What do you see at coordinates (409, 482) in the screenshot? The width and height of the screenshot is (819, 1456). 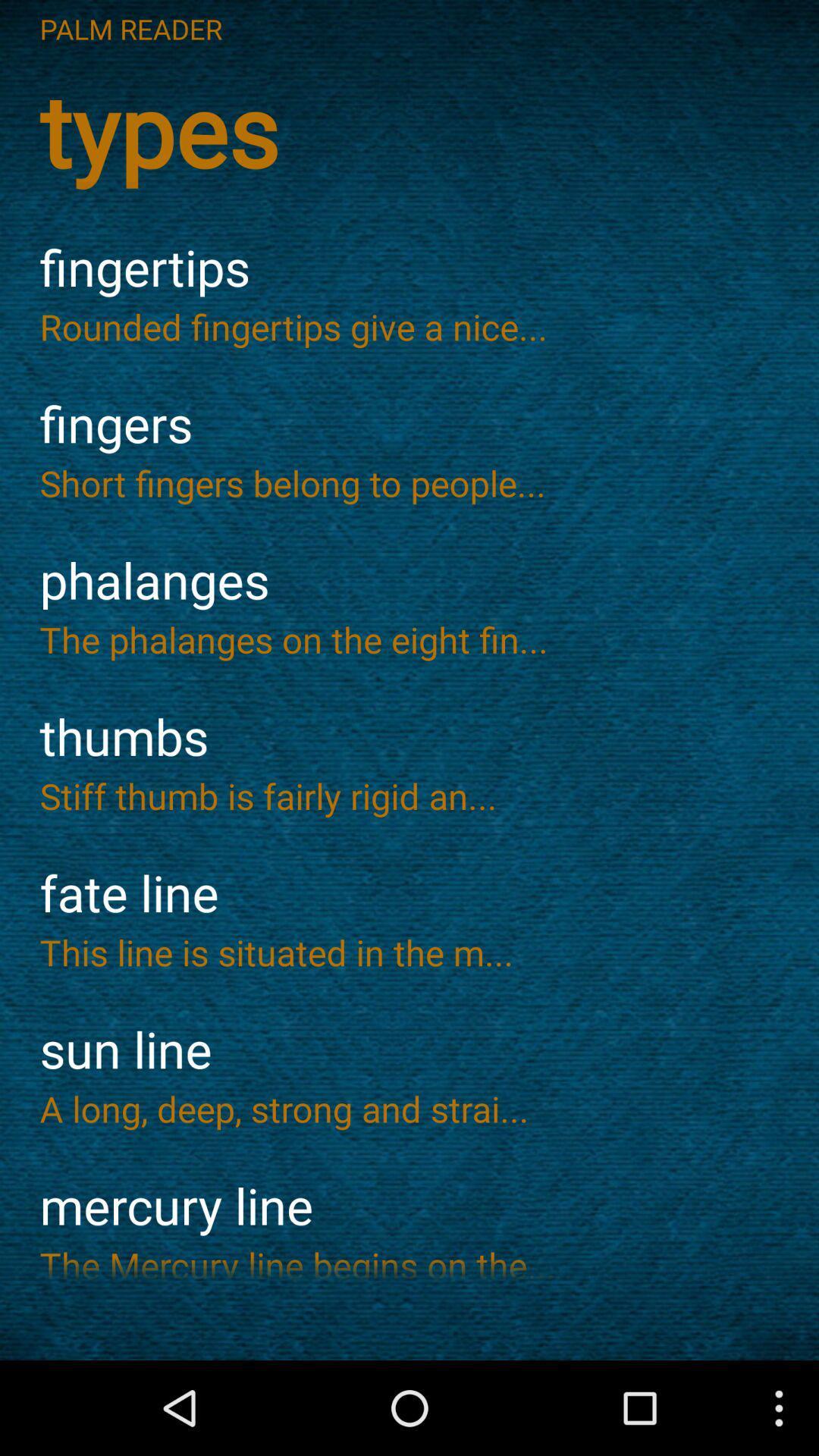 I see `the short fingers belong app` at bounding box center [409, 482].